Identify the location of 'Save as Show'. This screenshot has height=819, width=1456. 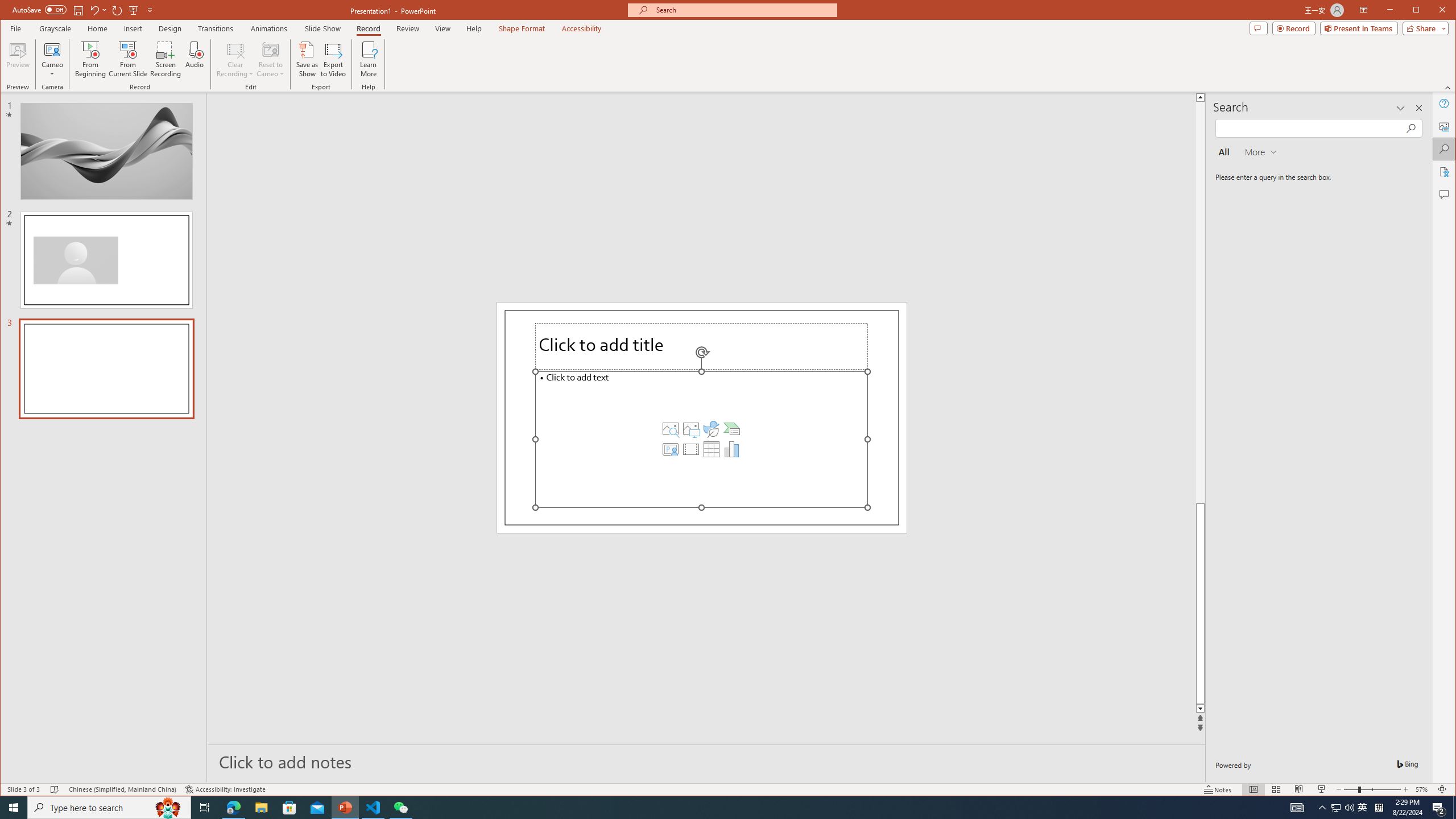
(308, 59).